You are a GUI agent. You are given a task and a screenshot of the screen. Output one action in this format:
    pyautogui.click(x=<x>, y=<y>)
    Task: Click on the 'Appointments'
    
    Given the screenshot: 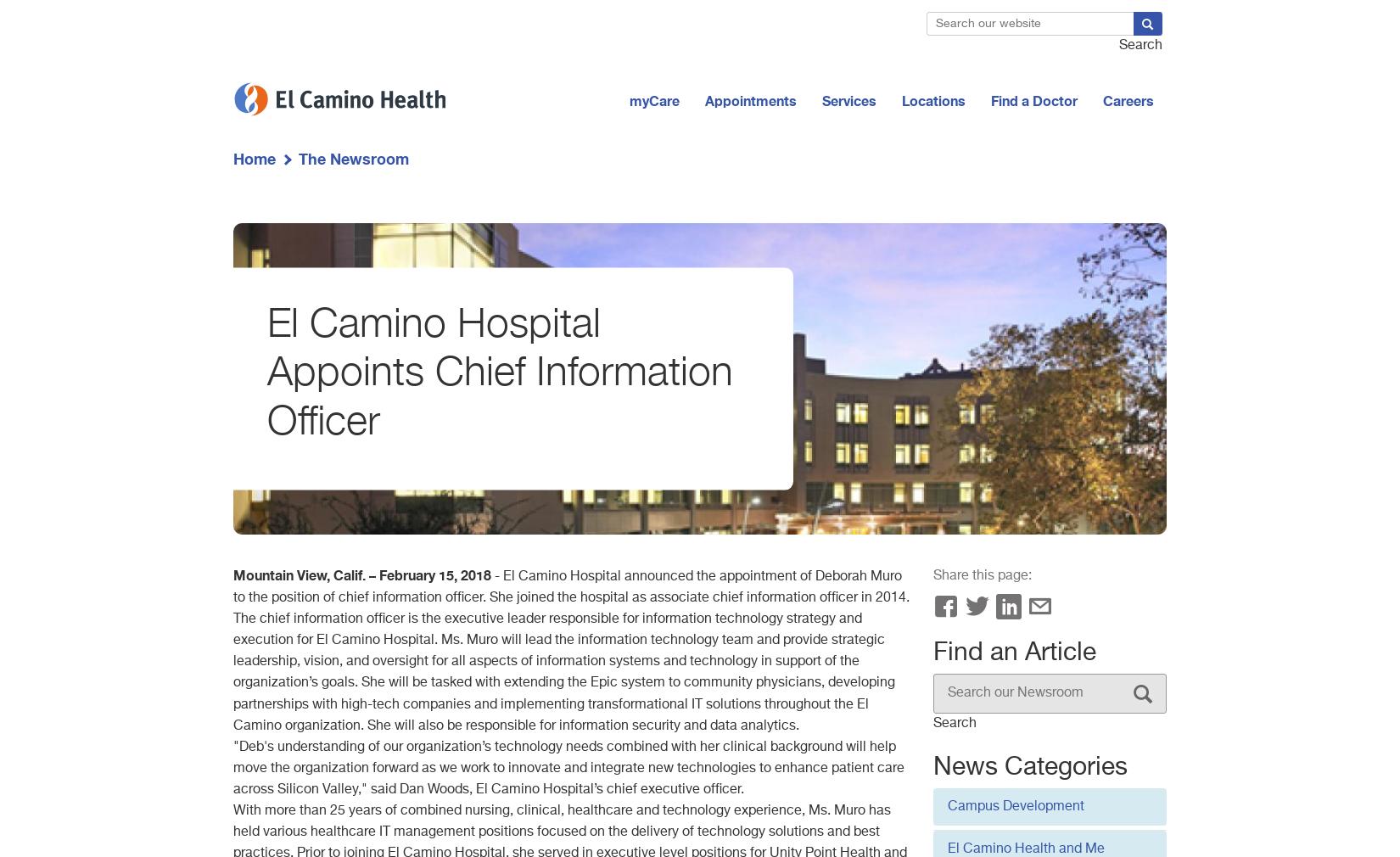 What is the action you would take?
    pyautogui.click(x=704, y=99)
    